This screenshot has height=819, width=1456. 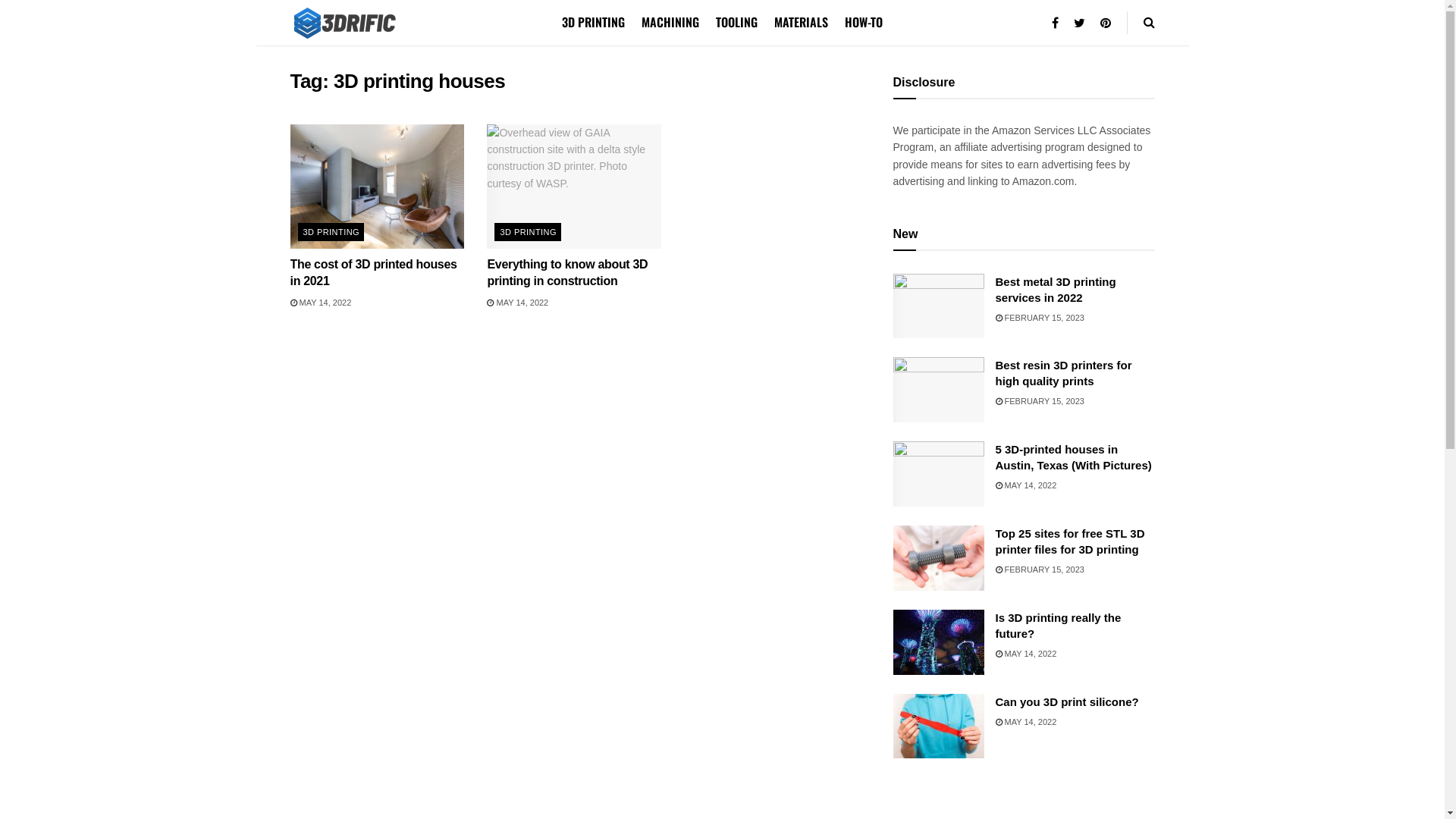 I want to click on 'HOW-TO', so click(x=863, y=22).